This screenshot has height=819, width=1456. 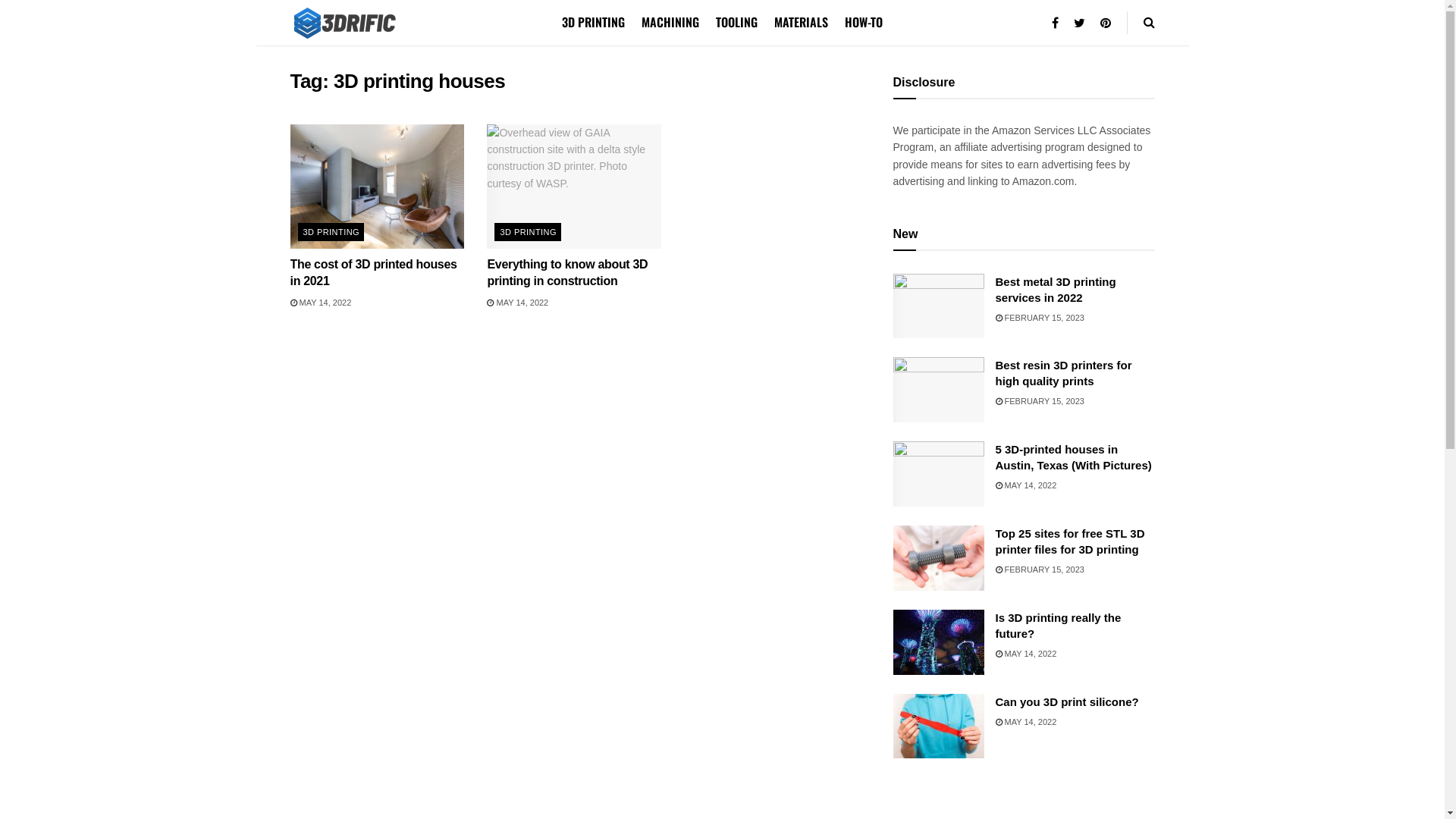 I want to click on 'HOW-TO', so click(x=863, y=22).